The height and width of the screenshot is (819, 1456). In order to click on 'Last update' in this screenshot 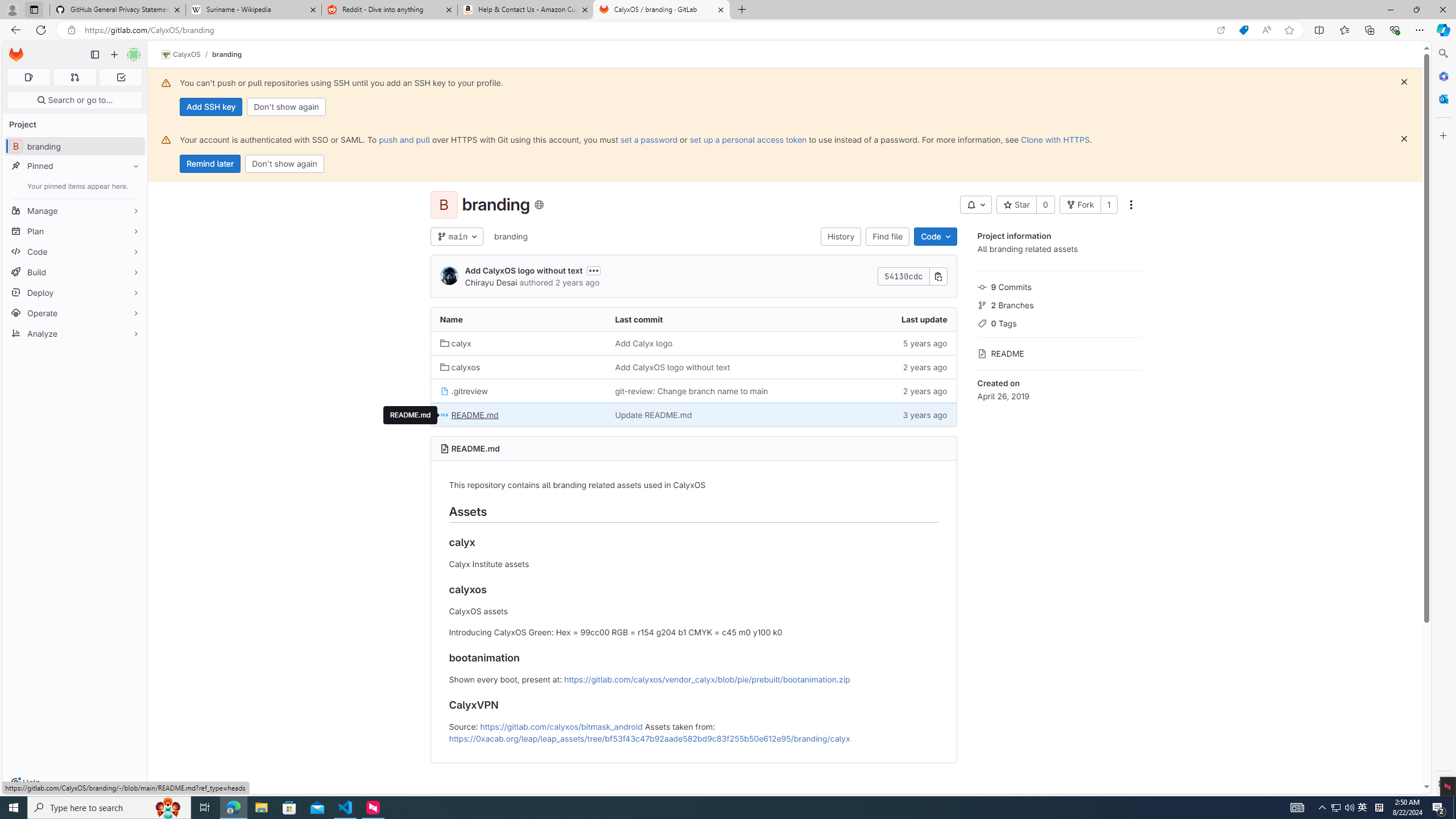, I will do `click(868, 320)`.